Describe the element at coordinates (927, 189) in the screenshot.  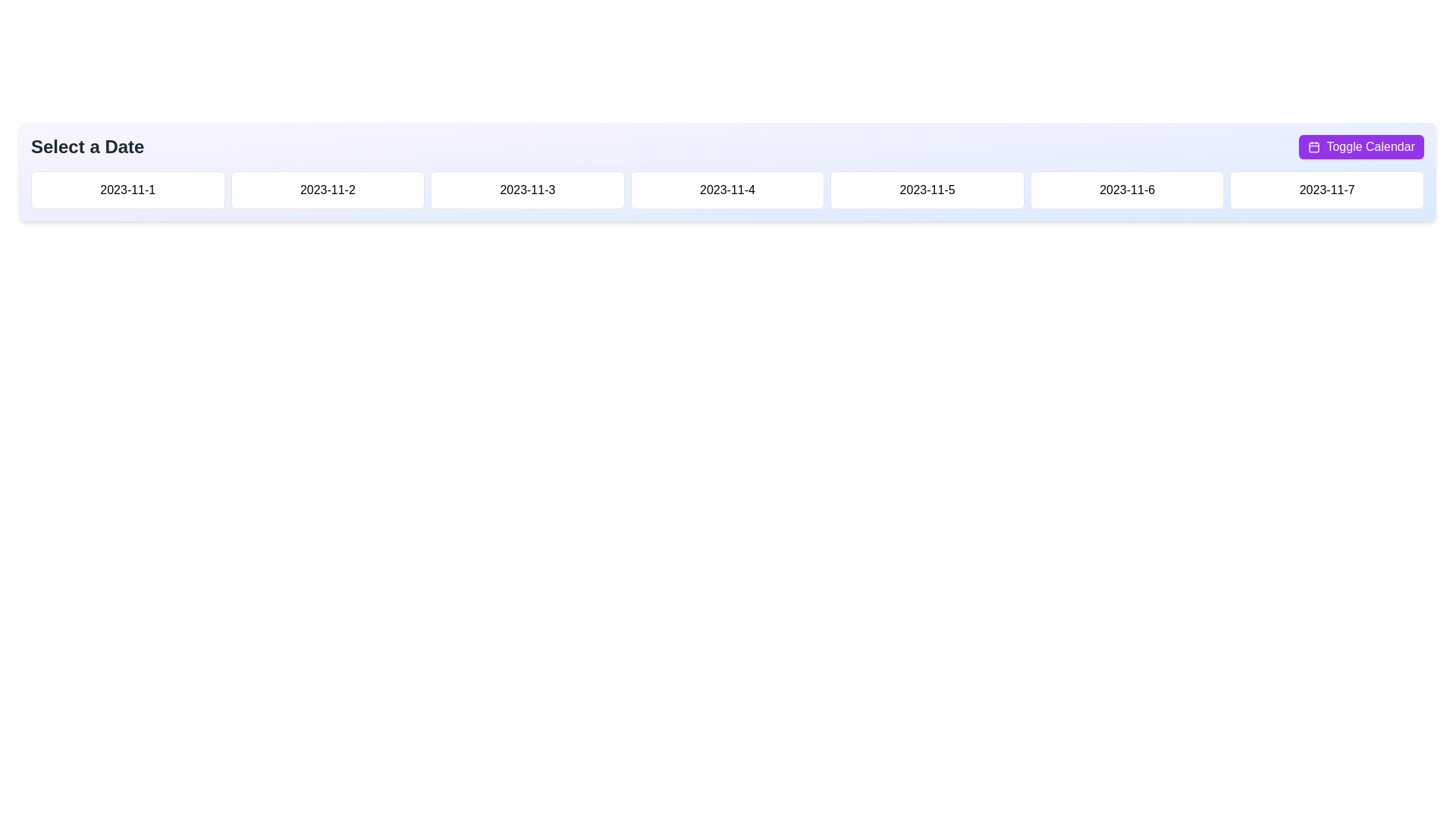
I see `the button with the text '2023-11-5', which is the fifth element in a horizontal row of interactive boxes` at that location.